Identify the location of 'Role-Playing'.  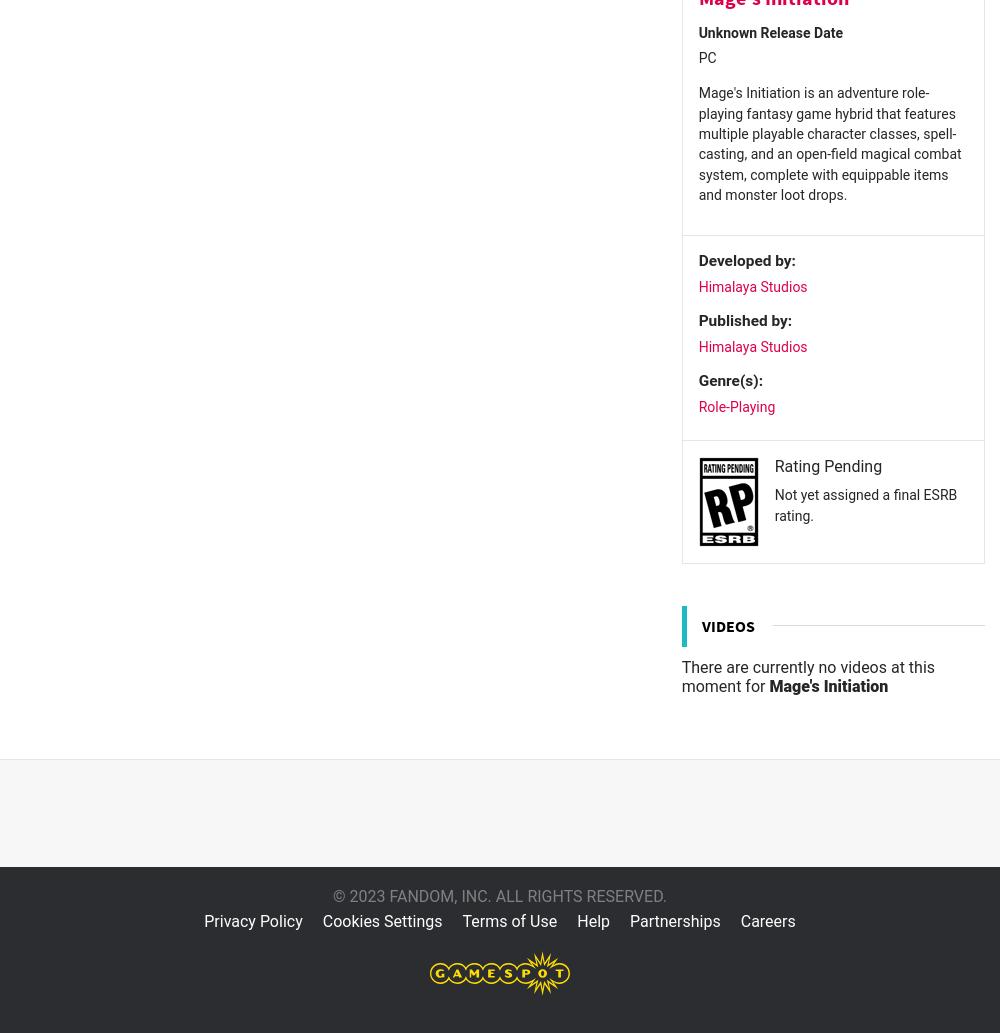
(735, 405).